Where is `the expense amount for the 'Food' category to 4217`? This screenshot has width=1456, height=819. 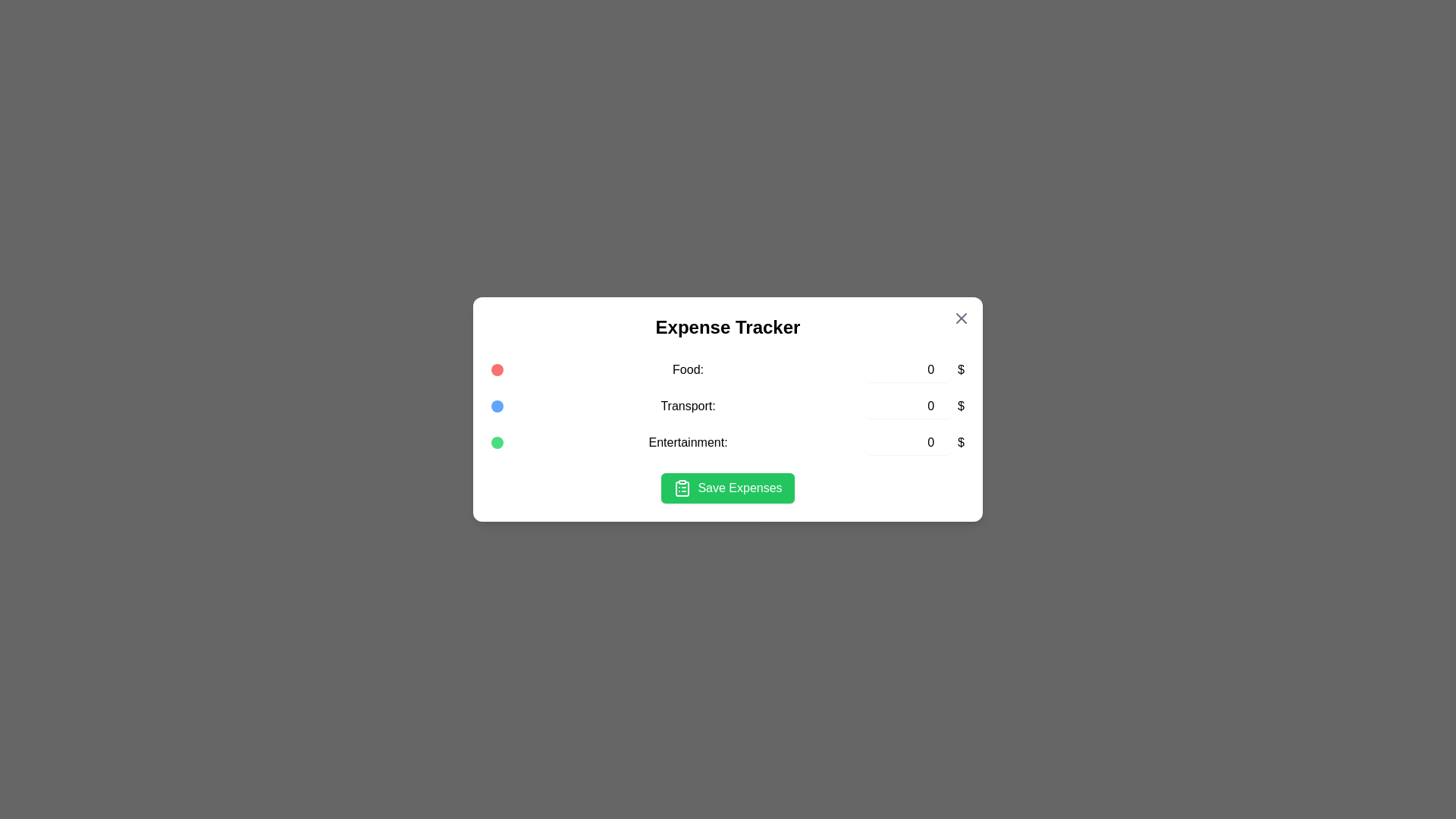 the expense amount for the 'Food' category to 4217 is located at coordinates (909, 370).